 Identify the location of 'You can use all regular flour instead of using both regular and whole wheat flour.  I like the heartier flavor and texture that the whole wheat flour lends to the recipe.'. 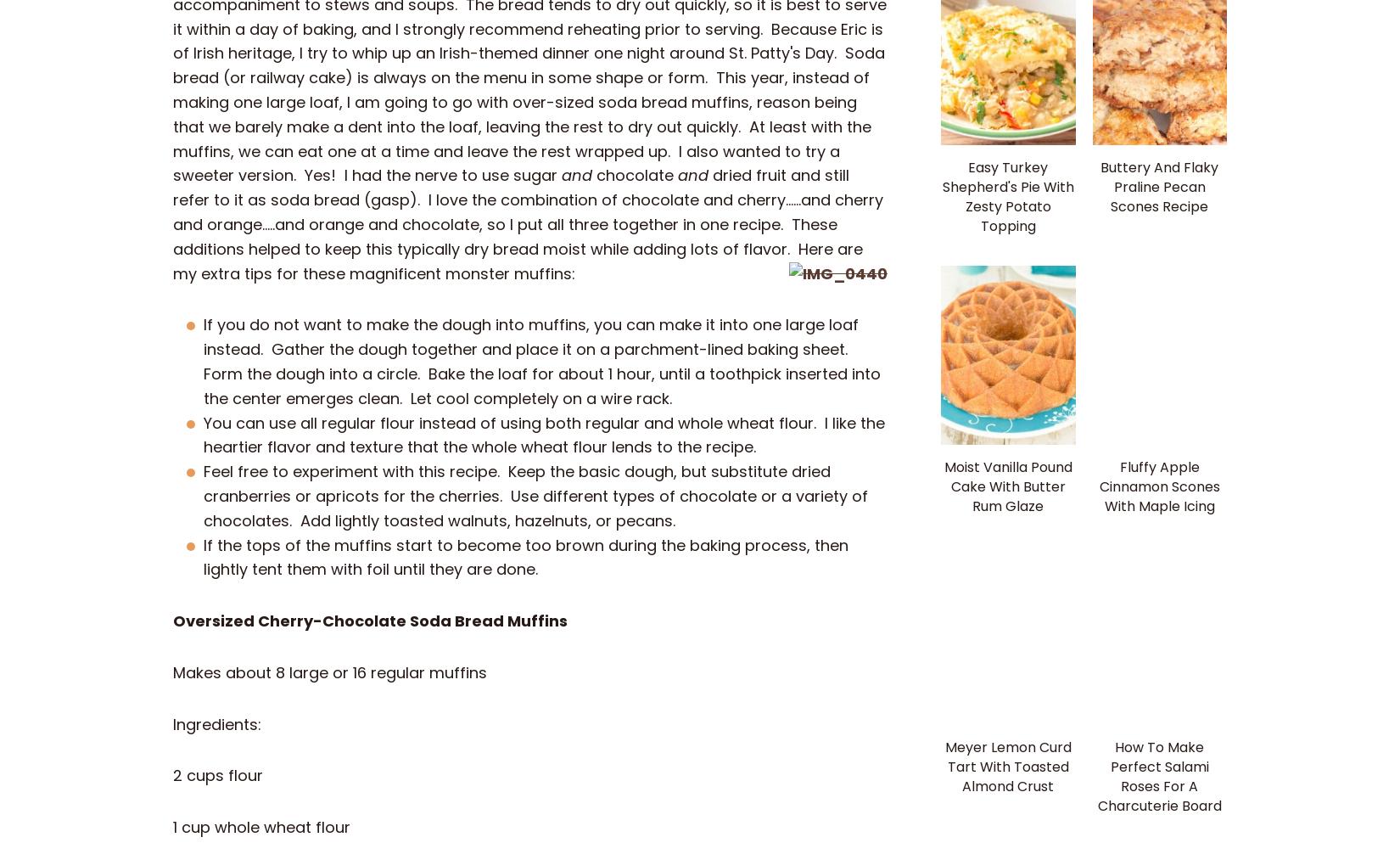
(543, 434).